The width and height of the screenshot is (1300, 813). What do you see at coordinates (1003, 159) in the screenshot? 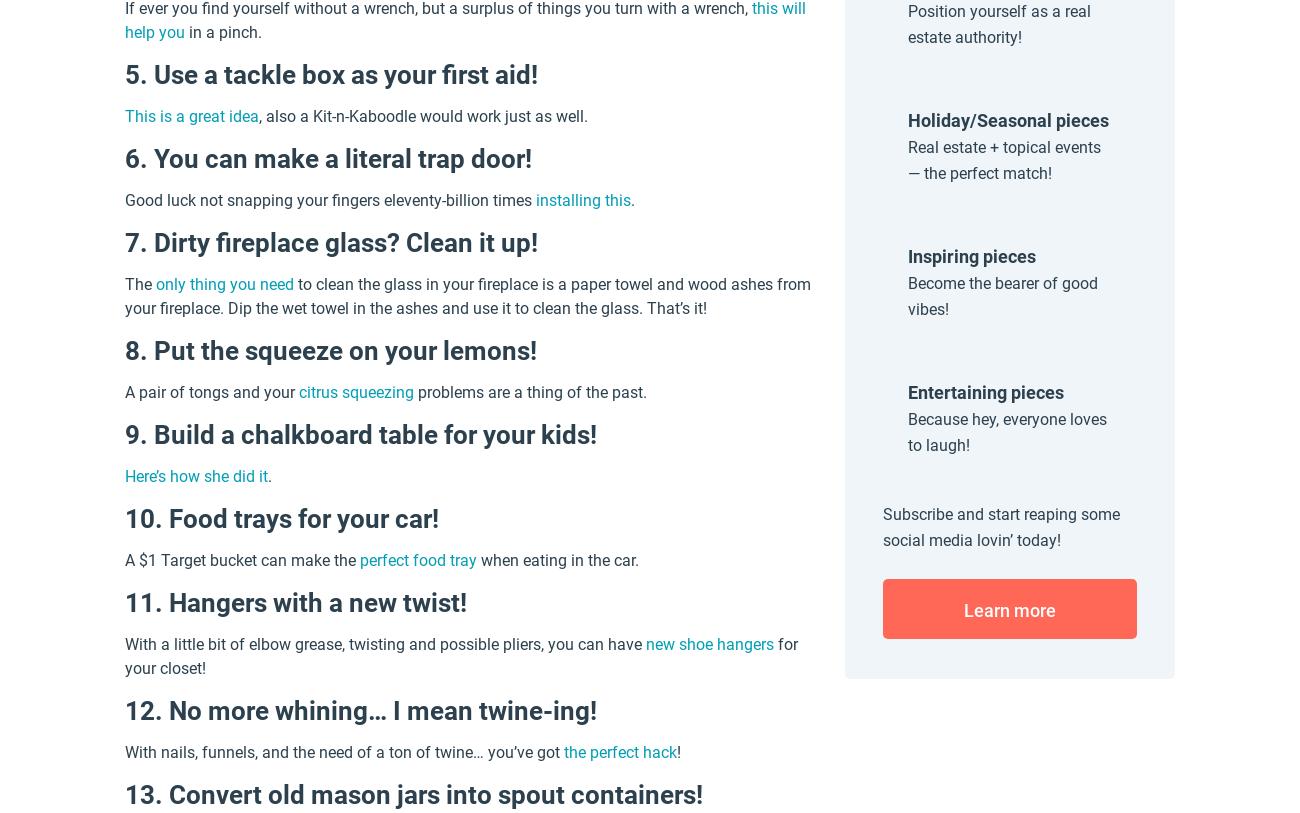
I see `'Real estate + topical events — the perfect match!'` at bounding box center [1003, 159].